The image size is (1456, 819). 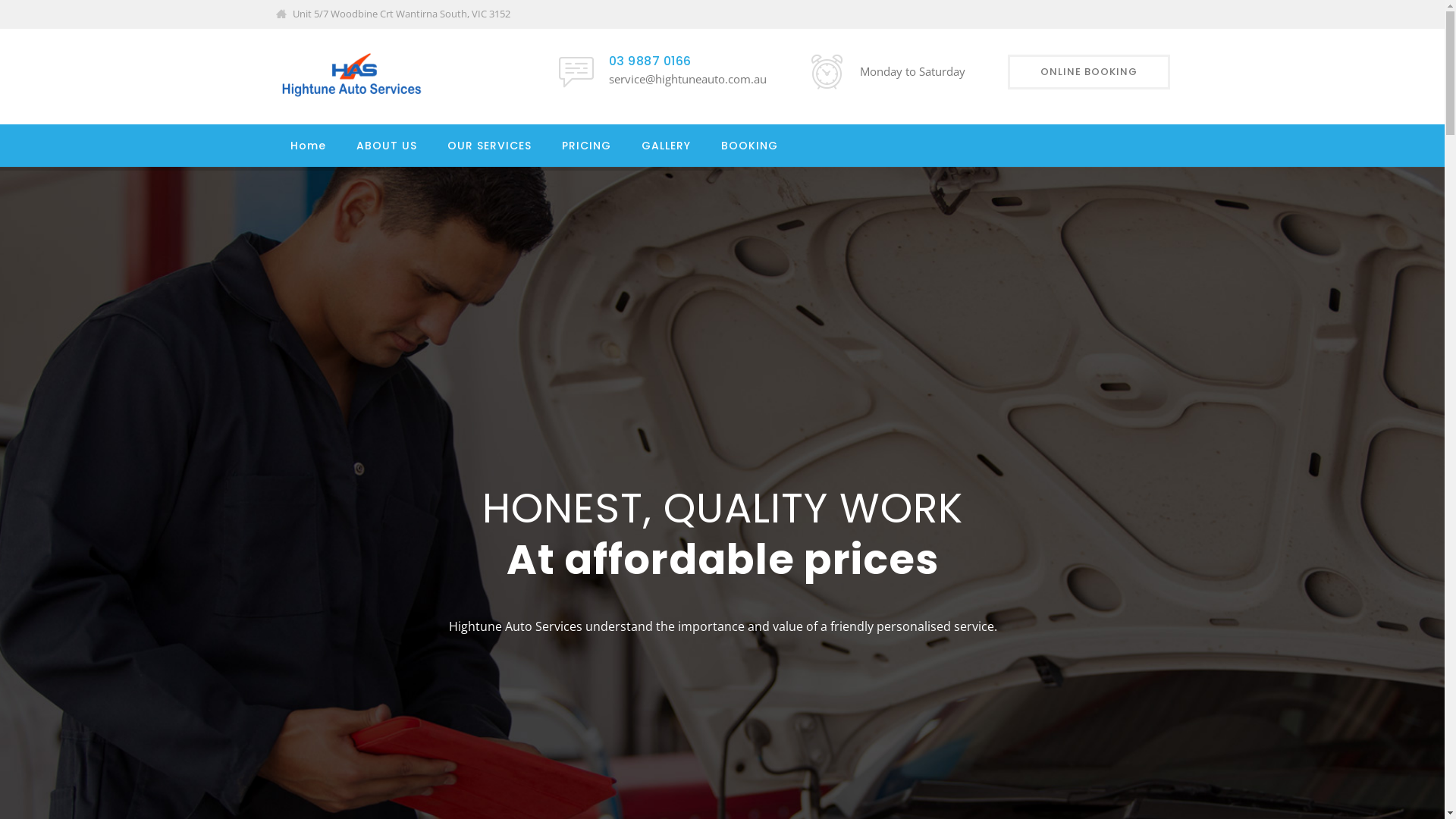 I want to click on 'Hightune Auto Services', so click(x=274, y=76).